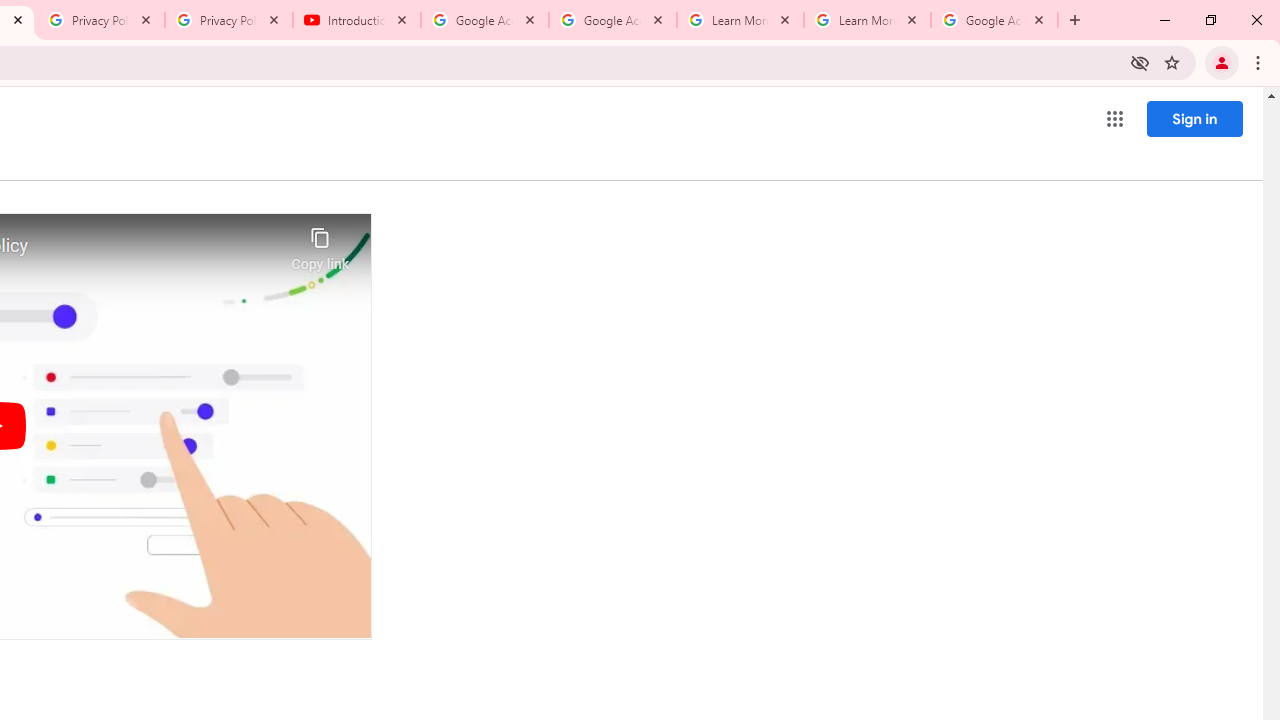 Image resolution: width=1280 pixels, height=720 pixels. I want to click on 'Google Account Help', so click(485, 20).